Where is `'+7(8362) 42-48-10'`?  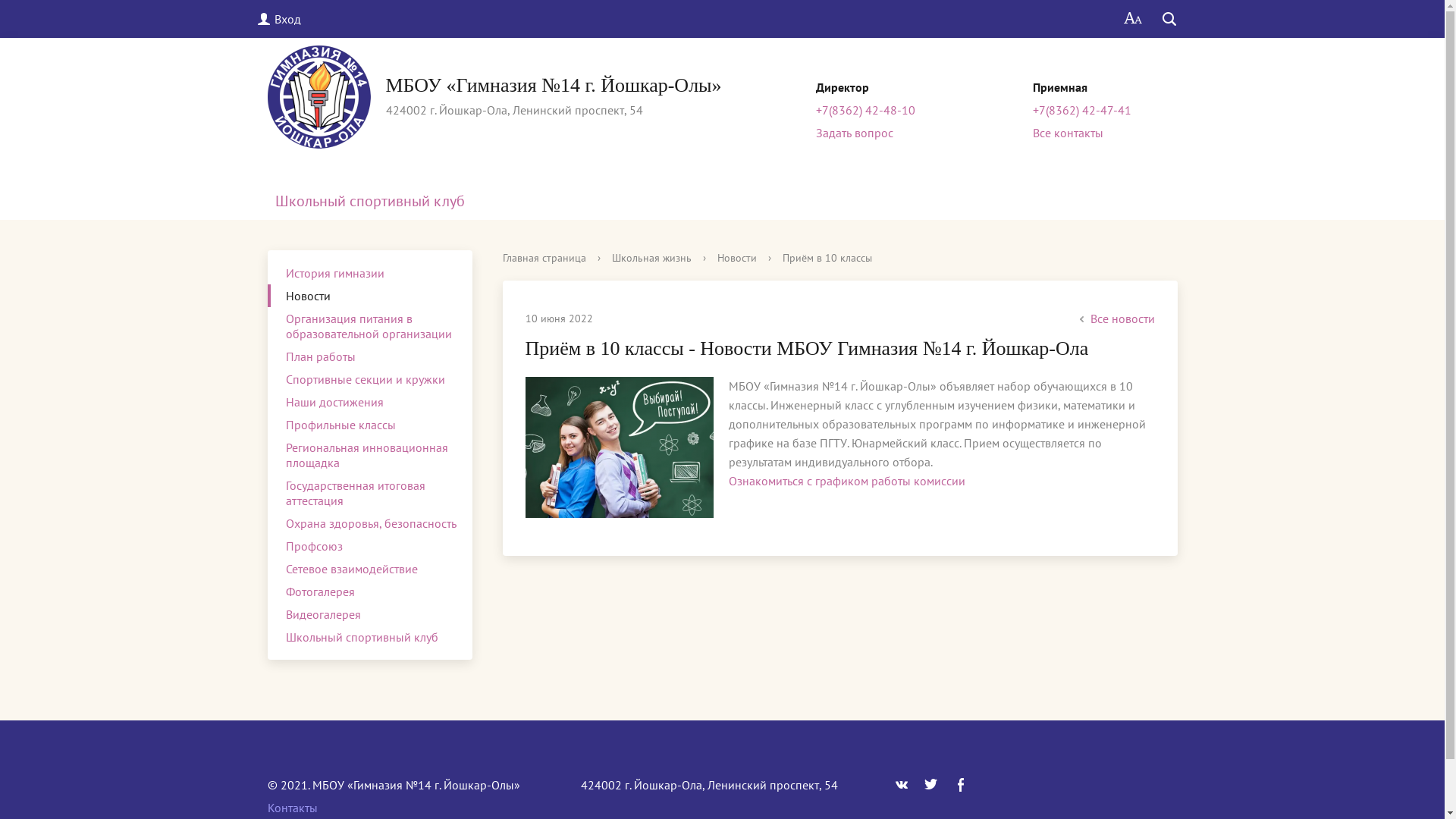 '+7(8362) 42-48-10' is located at coordinates (865, 109).